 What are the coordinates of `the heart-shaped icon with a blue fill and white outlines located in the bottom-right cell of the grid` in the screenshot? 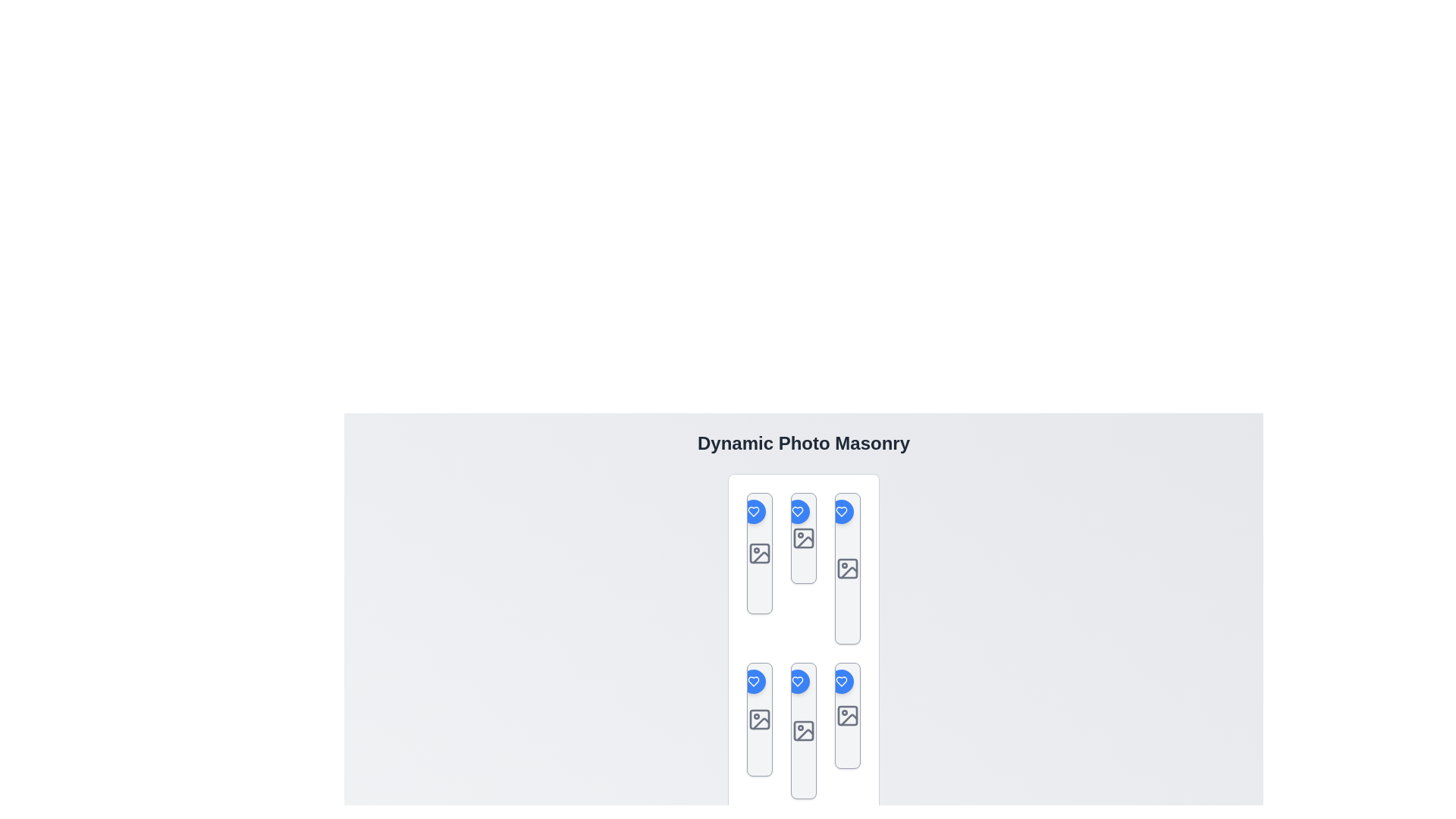 It's located at (840, 680).